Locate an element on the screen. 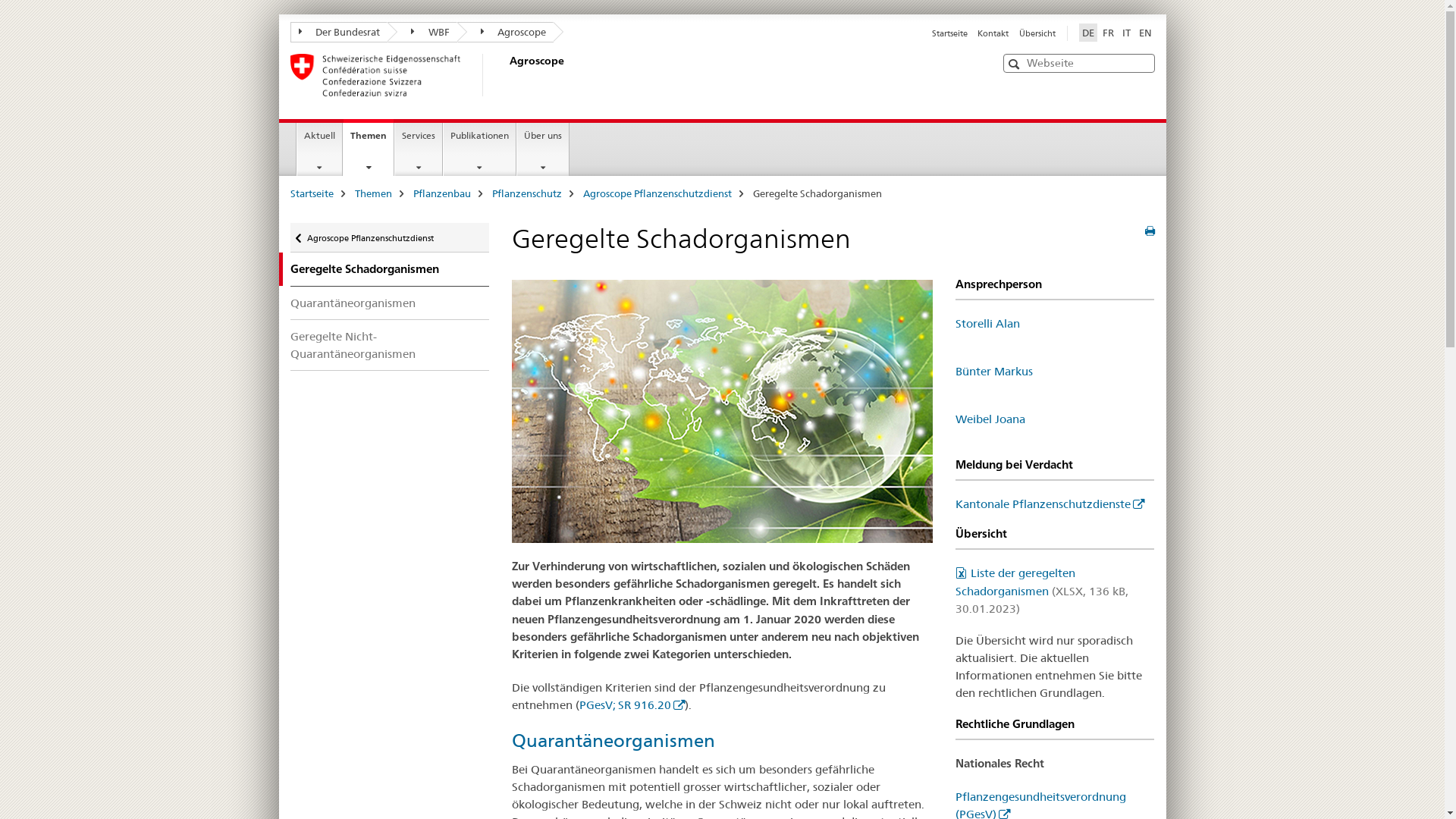  'Weibel Joana' is located at coordinates (990, 419).